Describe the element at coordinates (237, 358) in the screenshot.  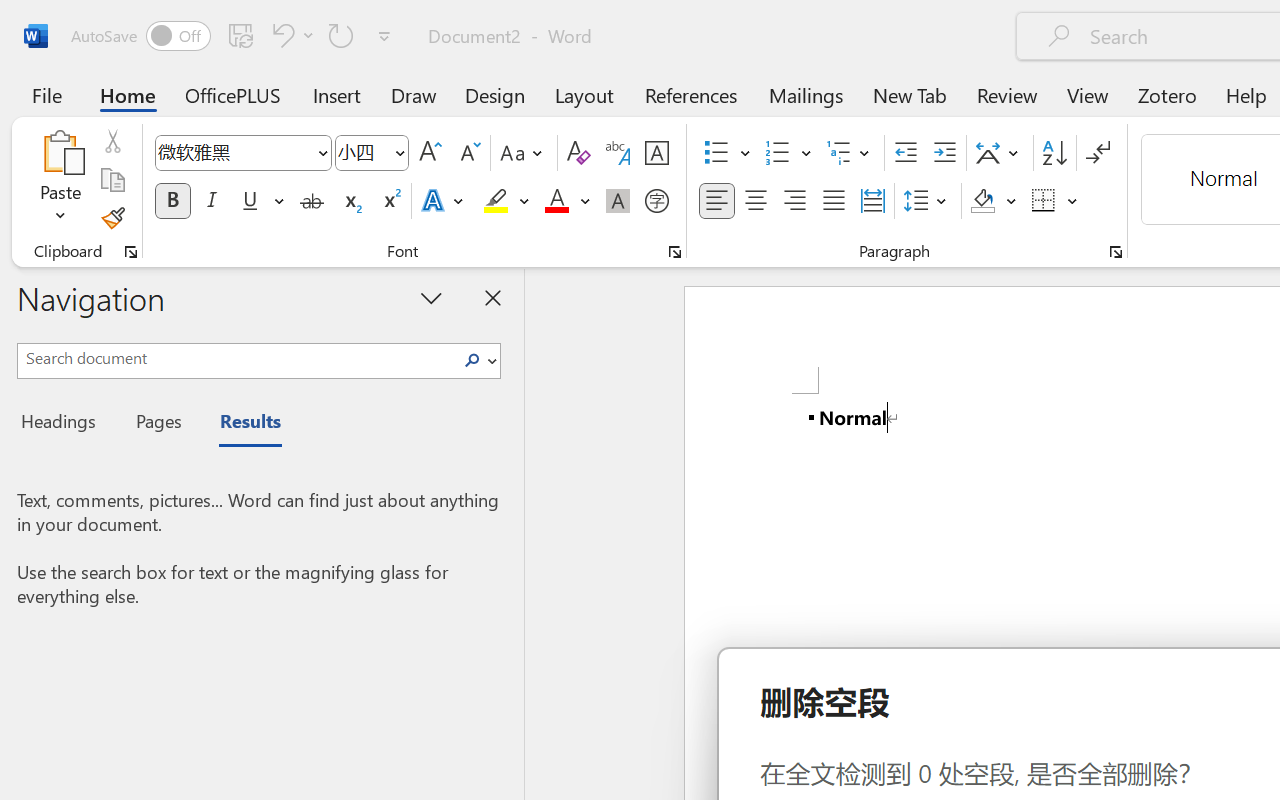
I see `'Search document'` at that location.